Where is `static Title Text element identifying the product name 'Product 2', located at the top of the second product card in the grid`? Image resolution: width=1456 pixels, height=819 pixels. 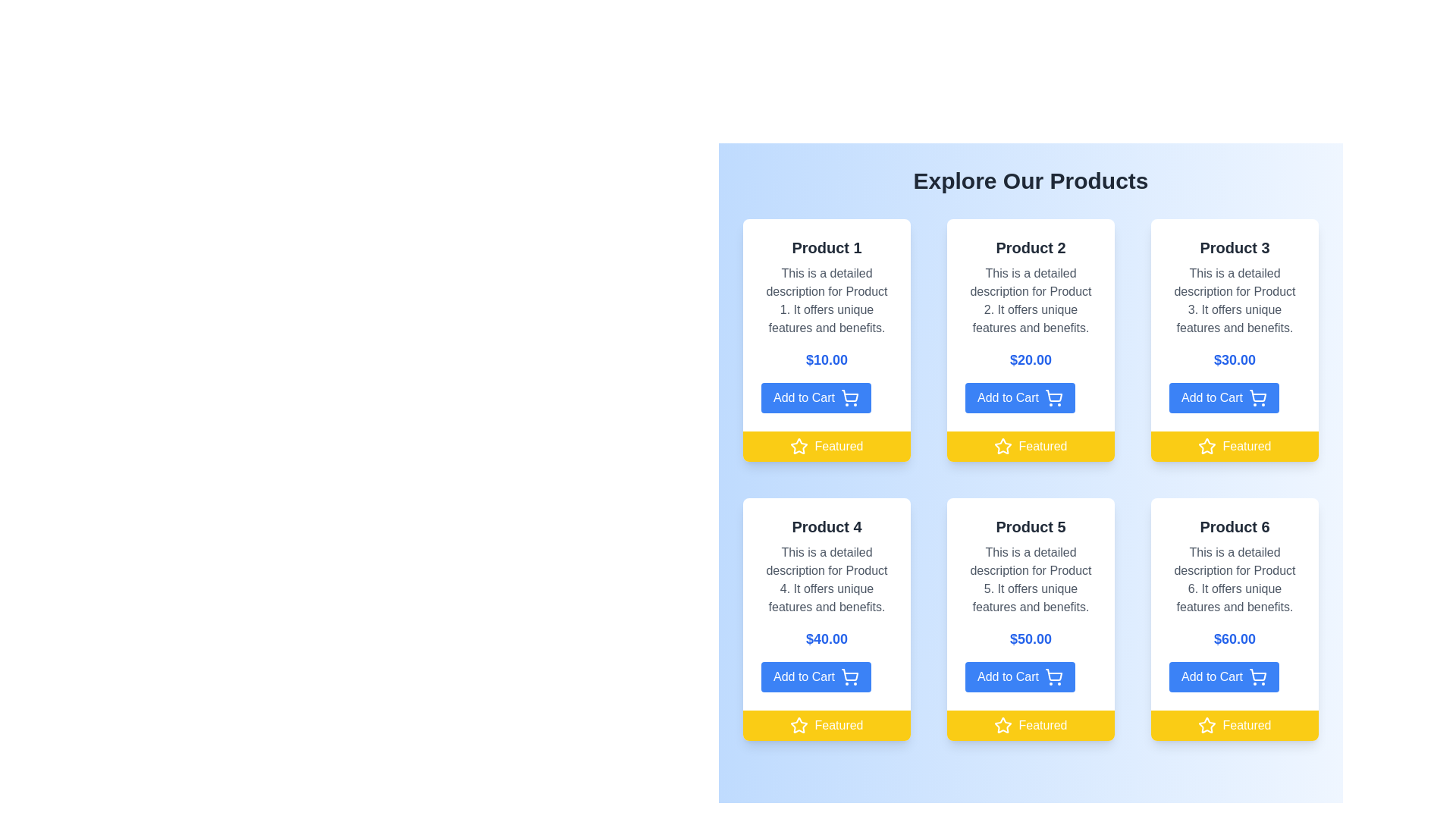
static Title Text element identifying the product name 'Product 2', located at the top of the second product card in the grid is located at coordinates (1031, 247).